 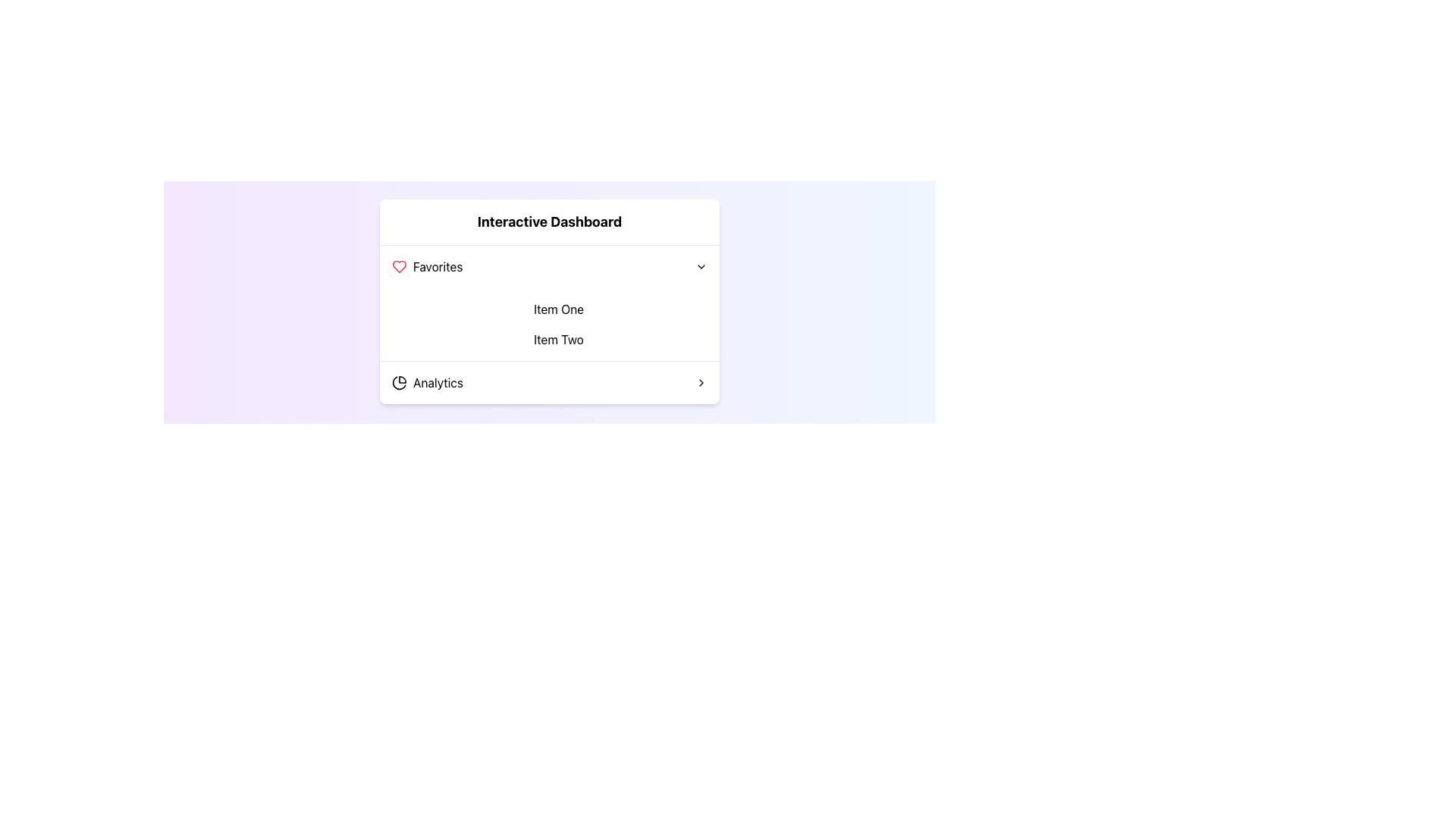 What do you see at coordinates (437, 382) in the screenshot?
I see `'Analytics' text label located at the bottom part of the panel, which provides a descriptive label for the associated function or feature` at bounding box center [437, 382].